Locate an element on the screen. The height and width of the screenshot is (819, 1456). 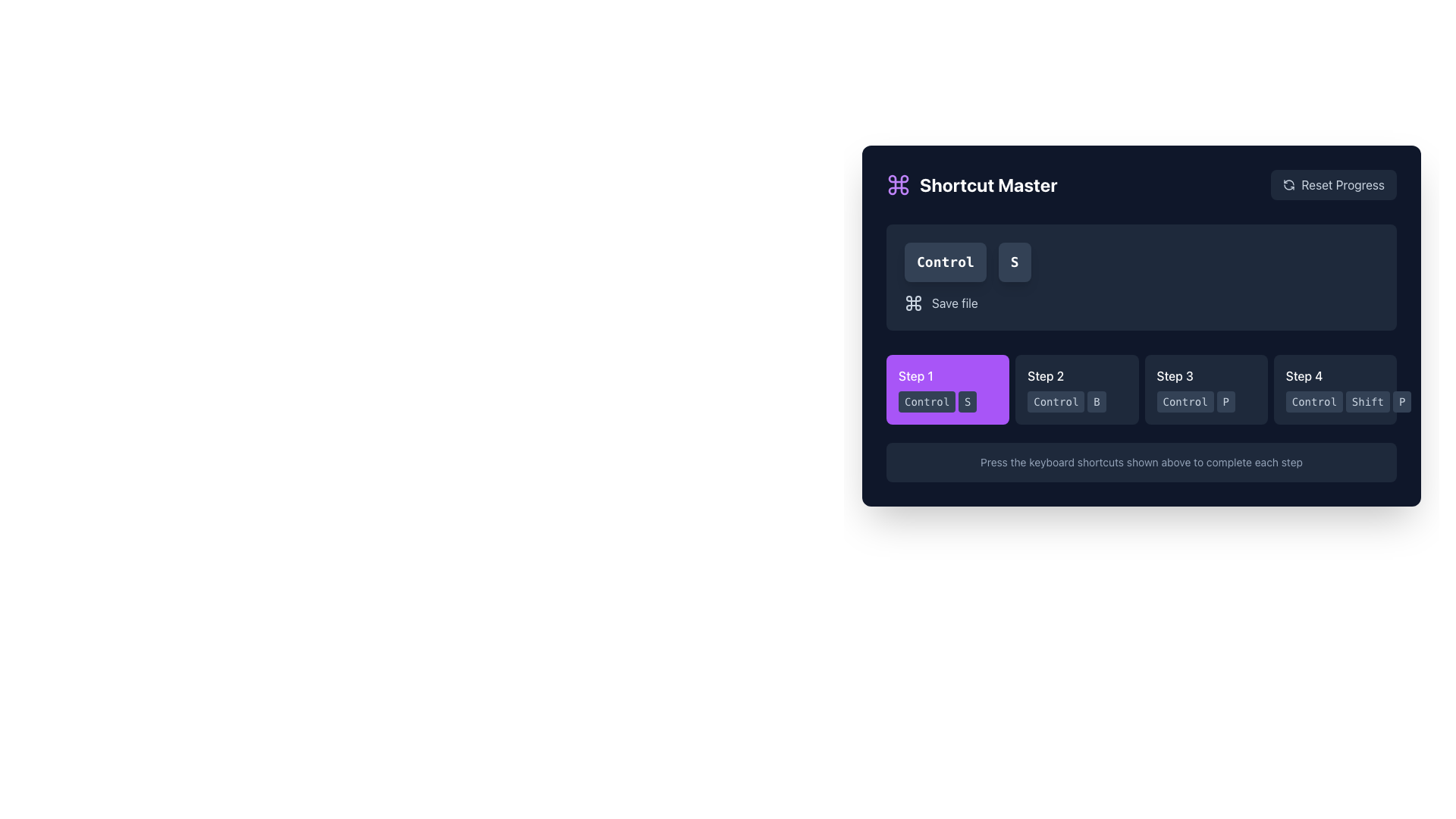
the purple 'Command' symbol icon located to the left of the text 'Shortcut Master' in the 'Shortcut Master' section is located at coordinates (899, 184).